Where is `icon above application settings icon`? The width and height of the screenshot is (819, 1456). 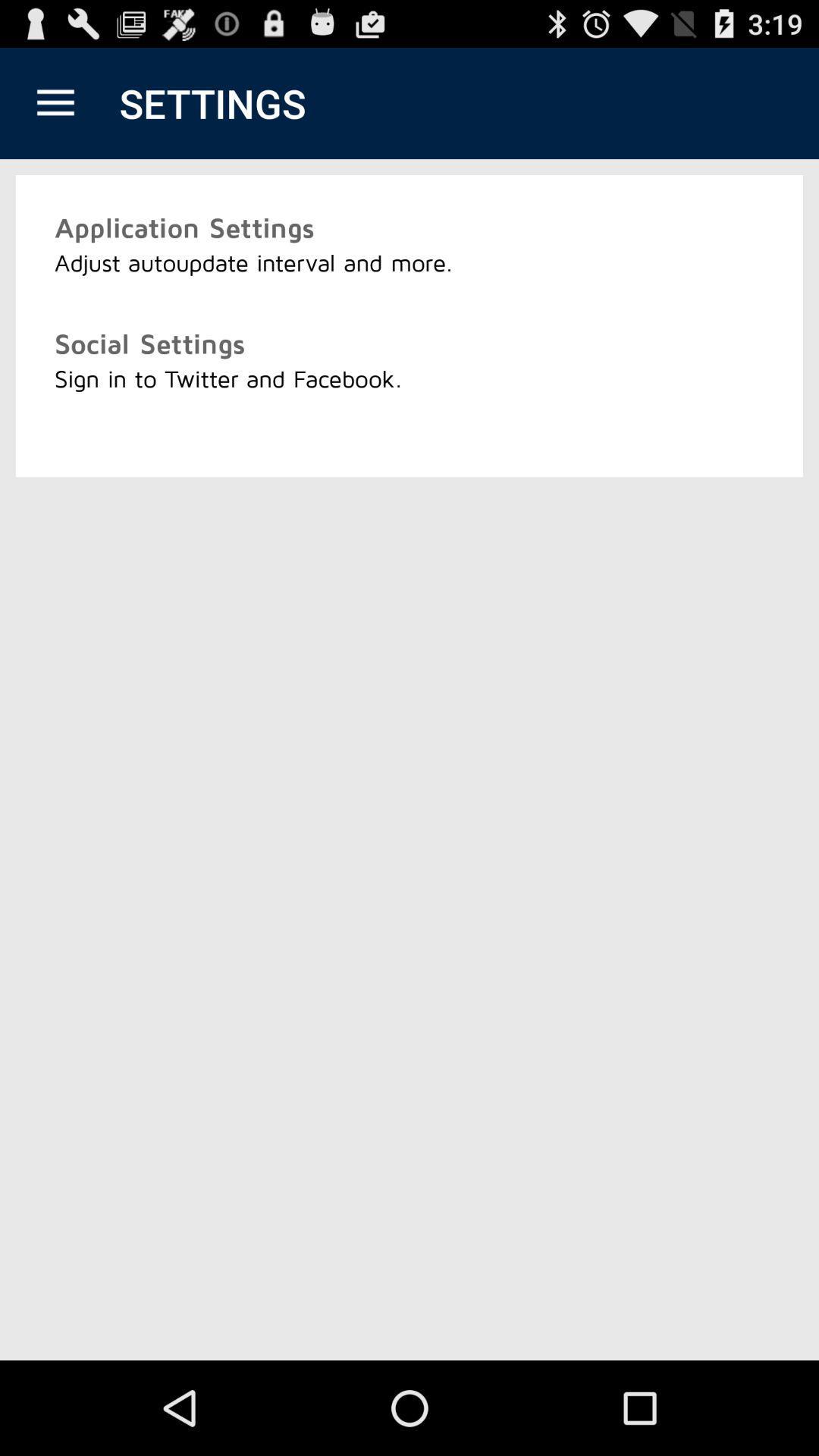 icon above application settings icon is located at coordinates (55, 102).